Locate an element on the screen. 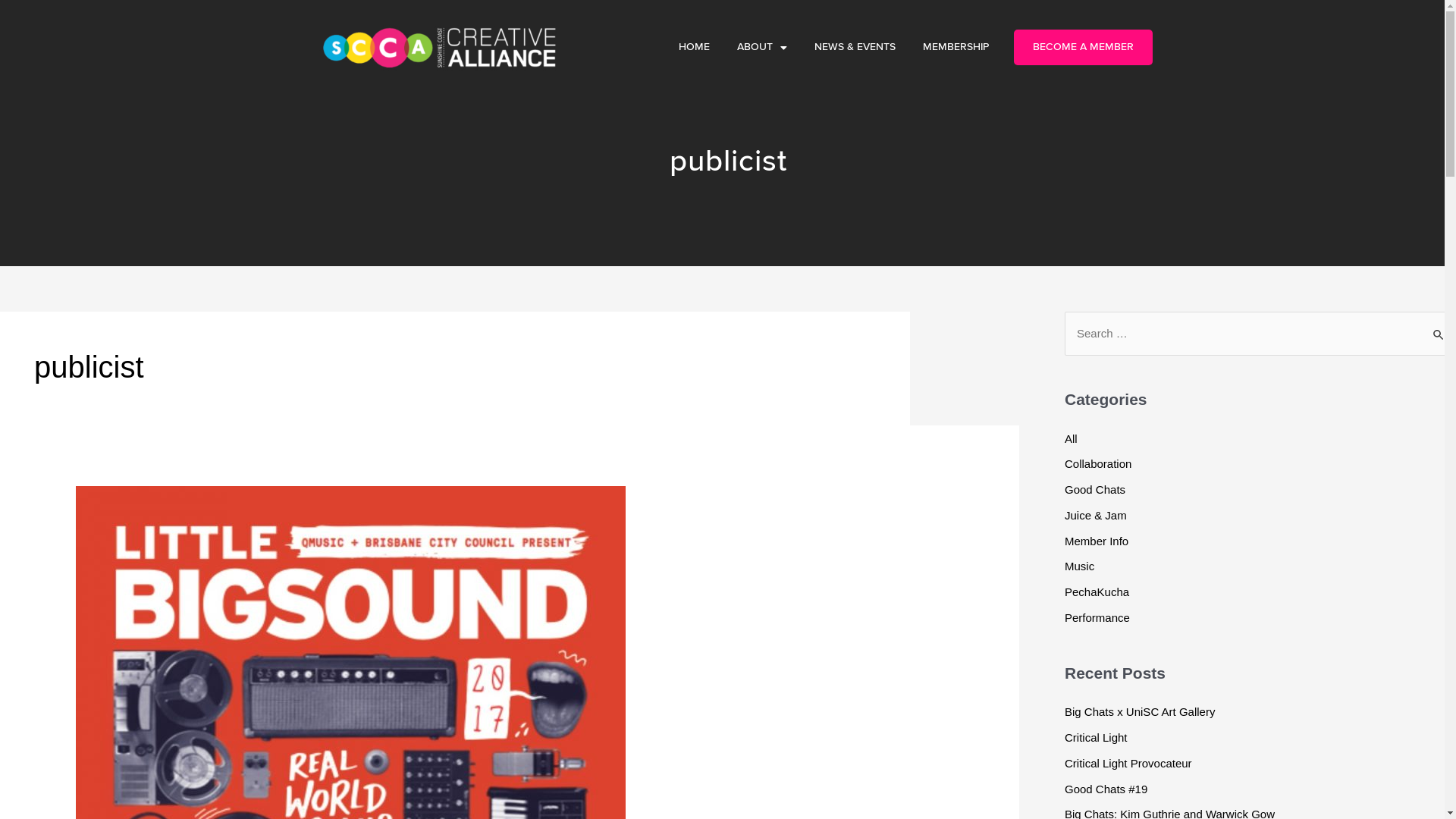 The width and height of the screenshot is (1456, 819). 'PechaKucha' is located at coordinates (1097, 591).